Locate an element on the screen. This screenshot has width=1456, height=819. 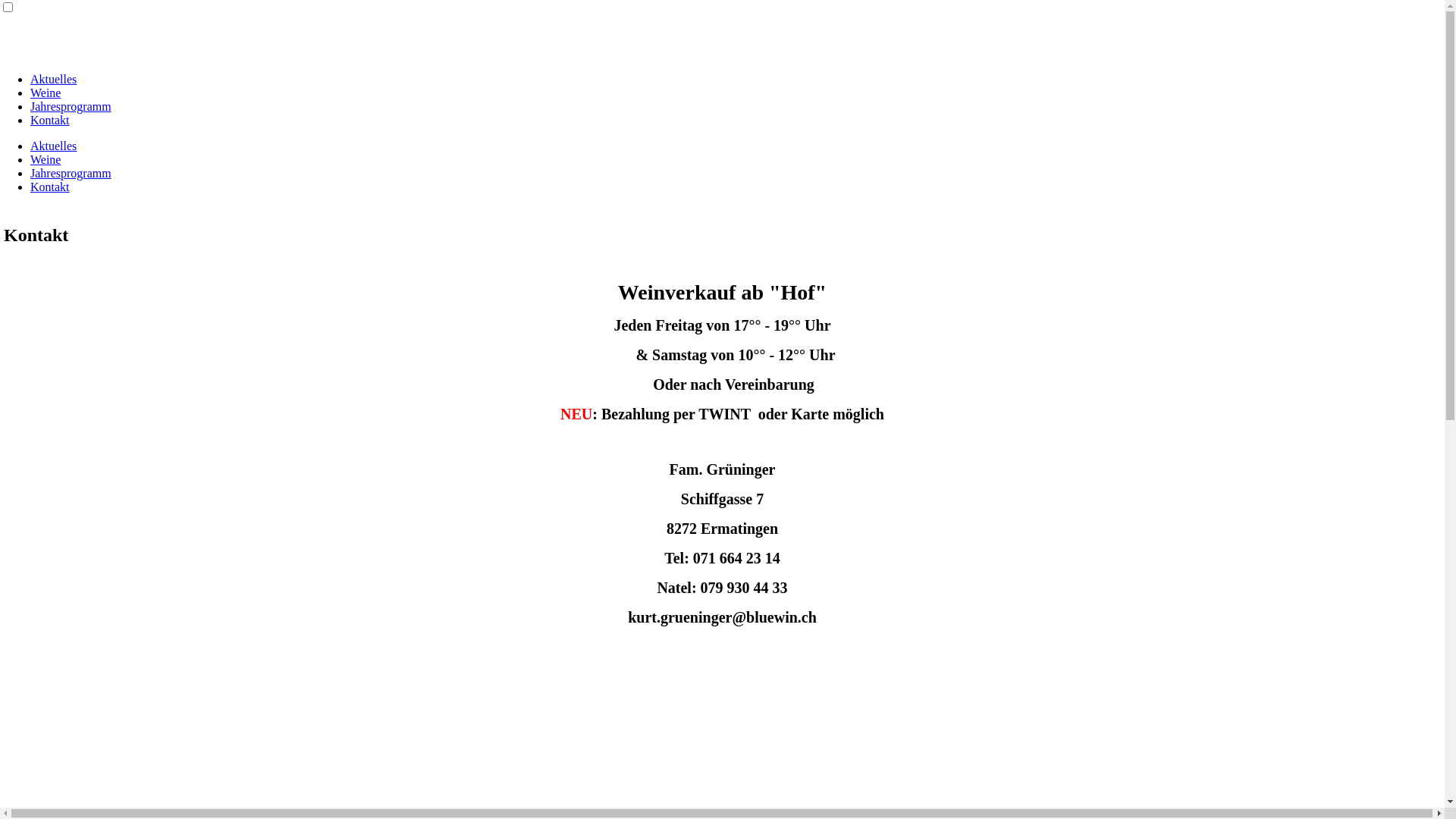
'Jahresprogramm' is located at coordinates (70, 105).